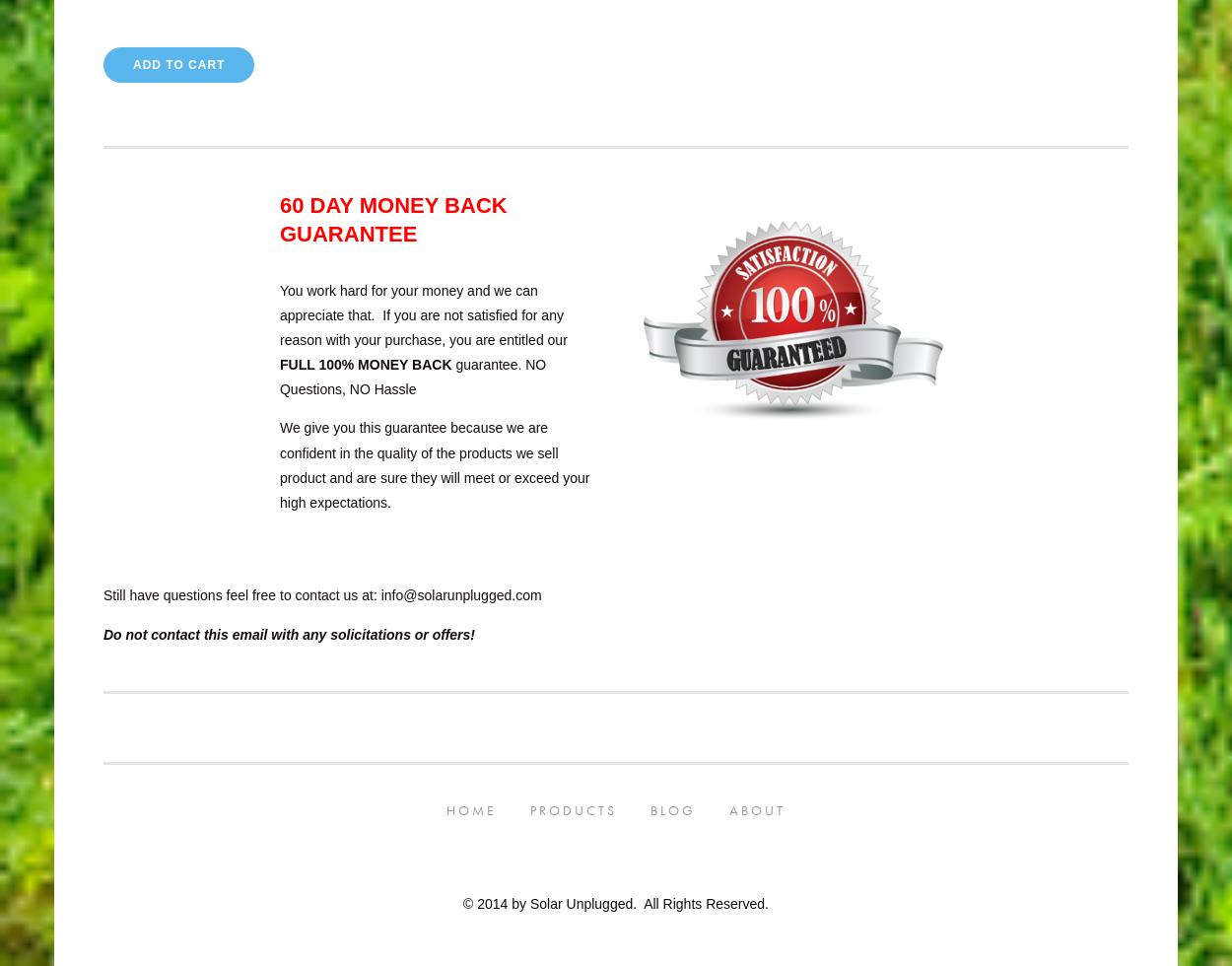  Describe the element at coordinates (291, 633) in the screenshot. I see `'Do not contact this email with any solicitations or offers!'` at that location.